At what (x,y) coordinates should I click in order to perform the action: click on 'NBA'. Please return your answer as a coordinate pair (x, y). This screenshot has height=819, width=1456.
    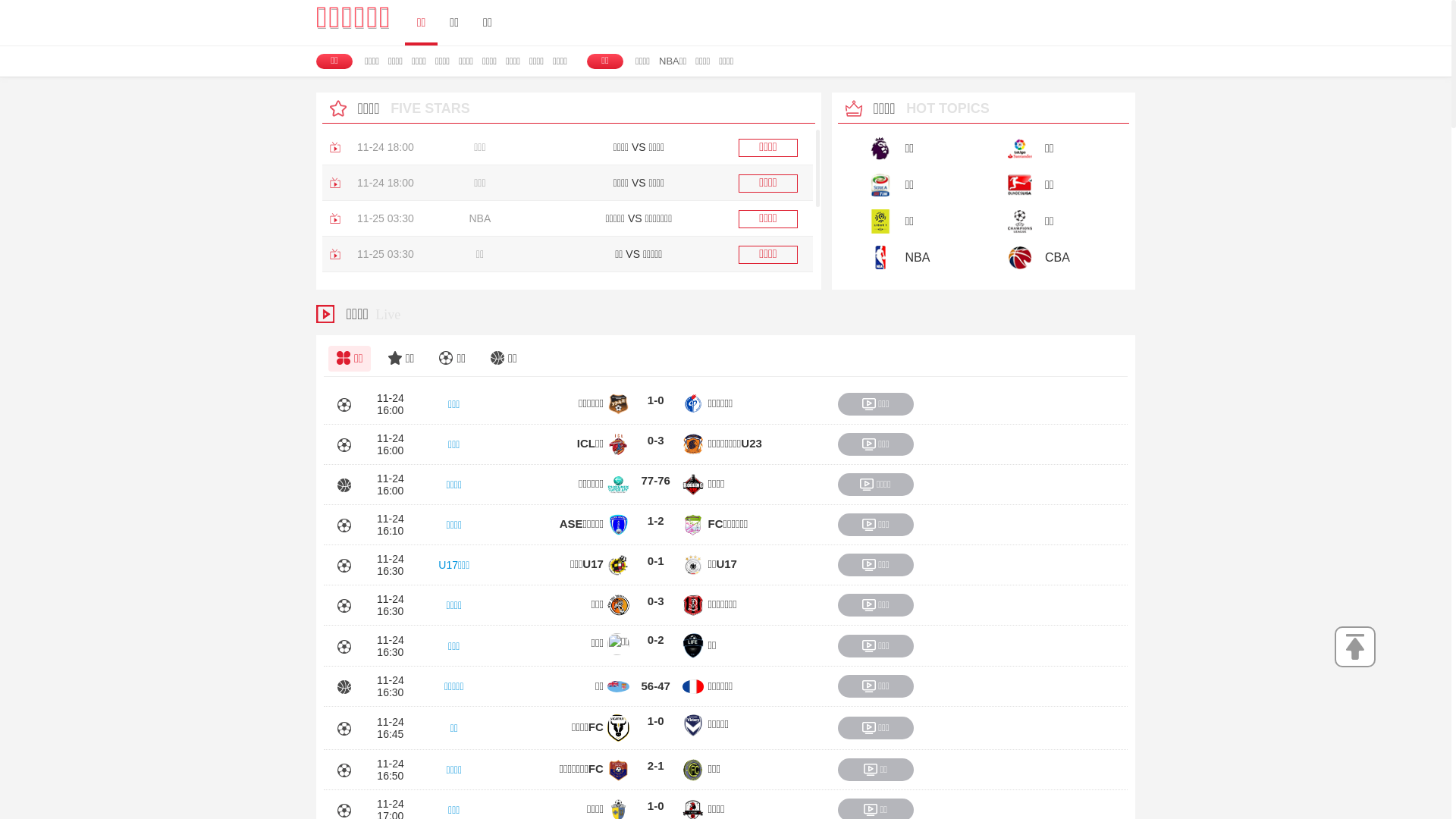
    Looking at the image, I should click on (906, 256).